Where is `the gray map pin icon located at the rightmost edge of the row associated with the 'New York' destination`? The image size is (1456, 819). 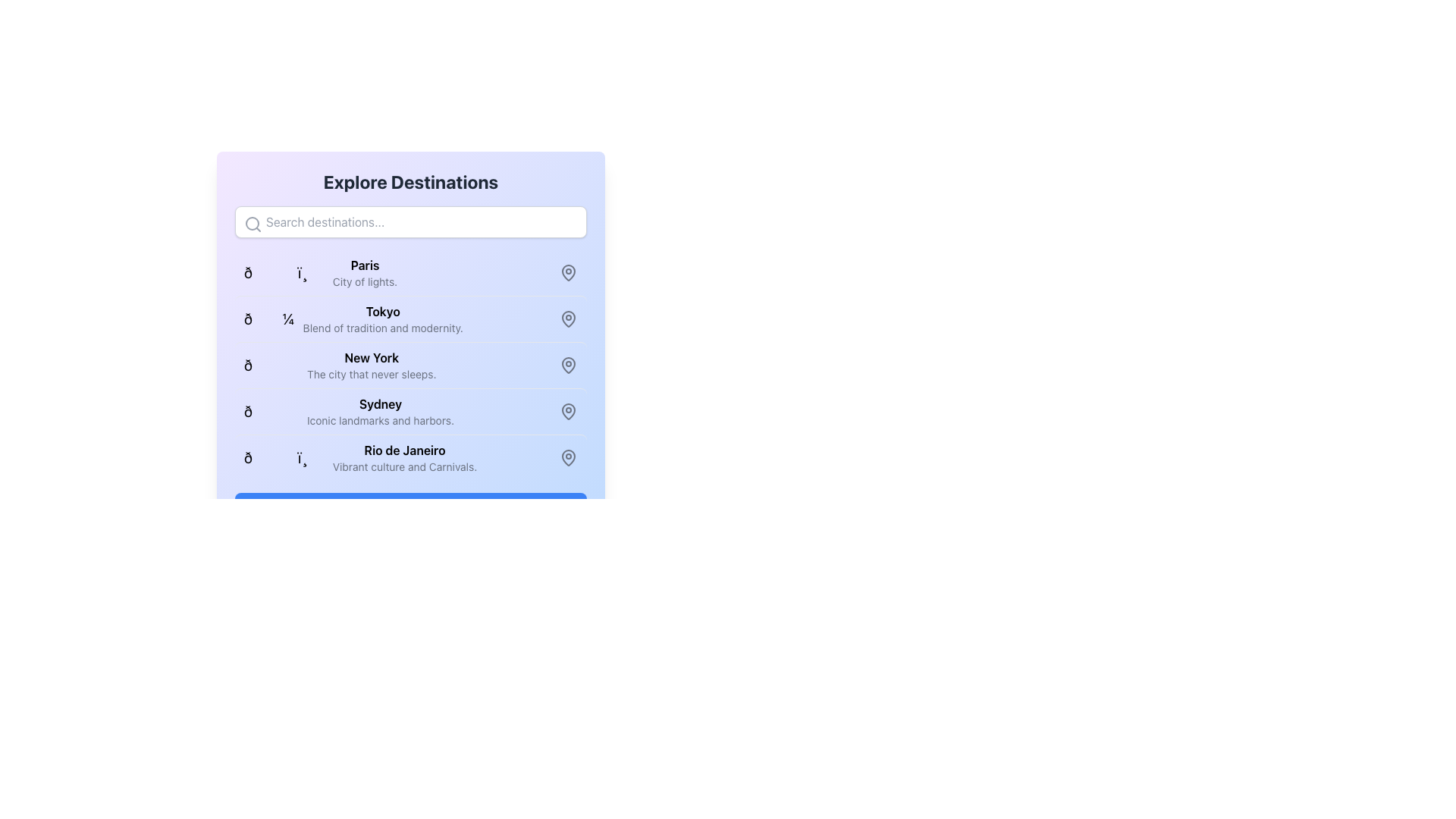
the gray map pin icon located at the rightmost edge of the row associated with the 'New York' destination is located at coordinates (567, 366).